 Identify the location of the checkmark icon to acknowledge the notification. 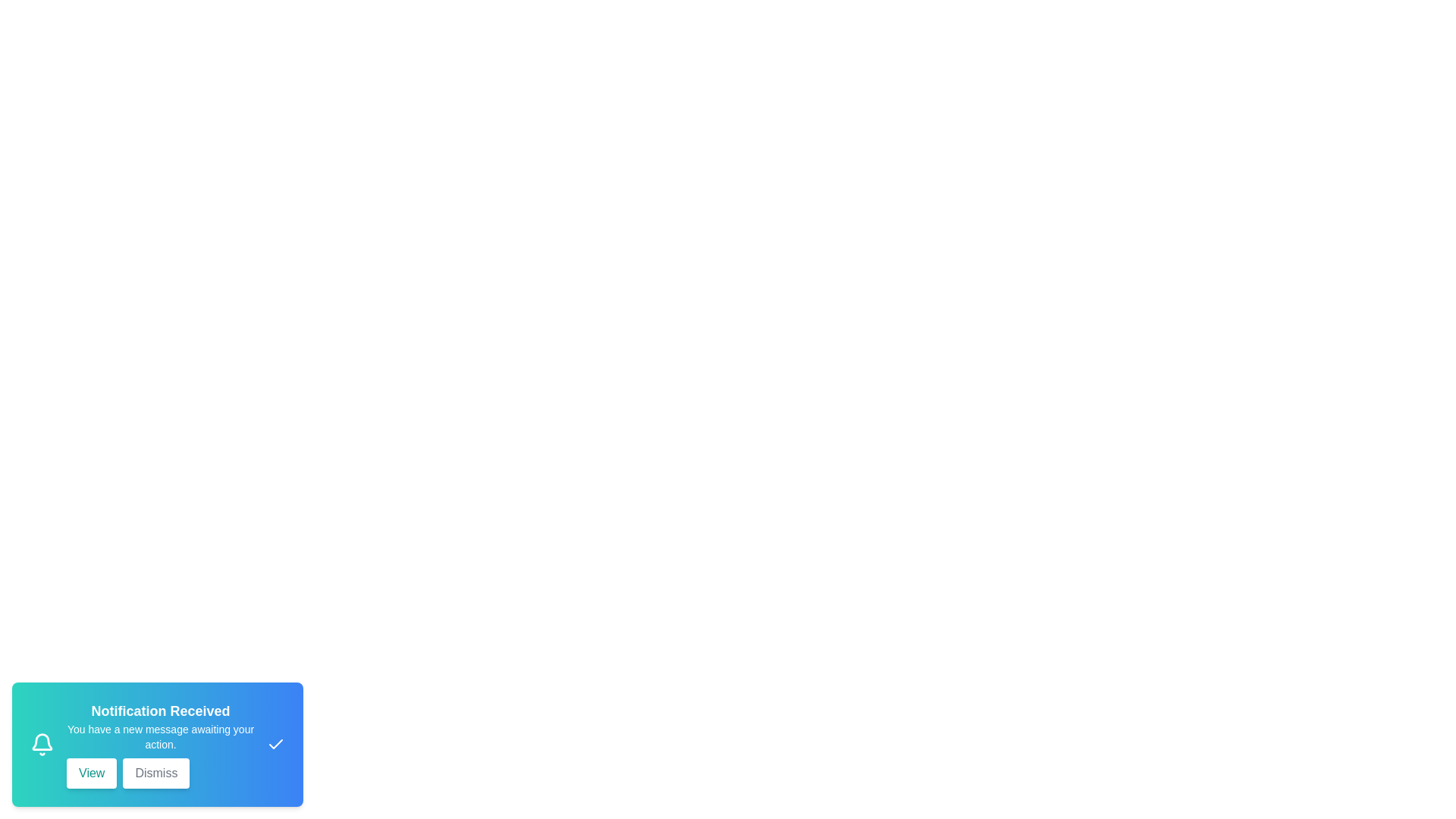
(276, 744).